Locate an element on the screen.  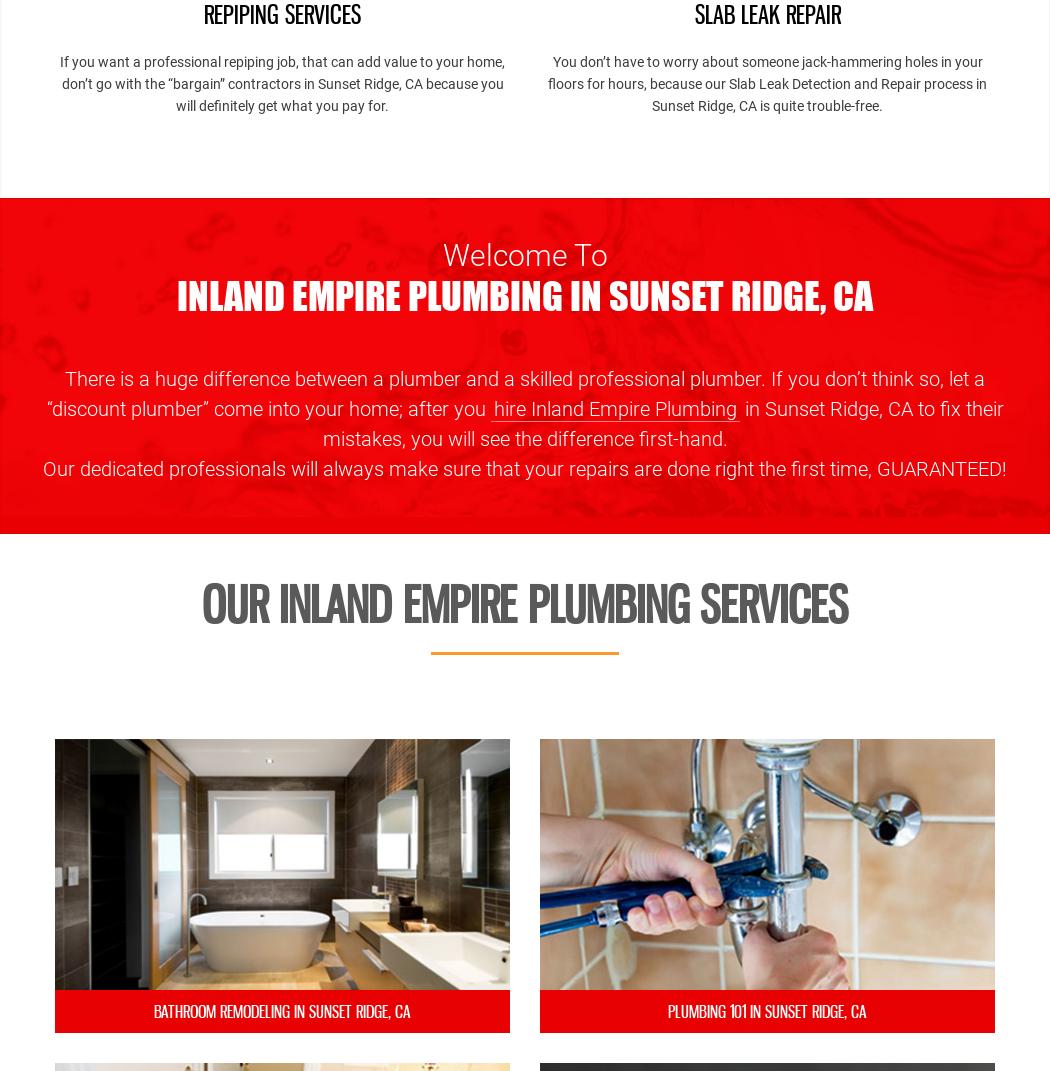
'There is a huge difference between a plumber and a skilled professional plumber. If you don’t think so, let a “discount plumber” come into your home; after you' is located at coordinates (514, 392).